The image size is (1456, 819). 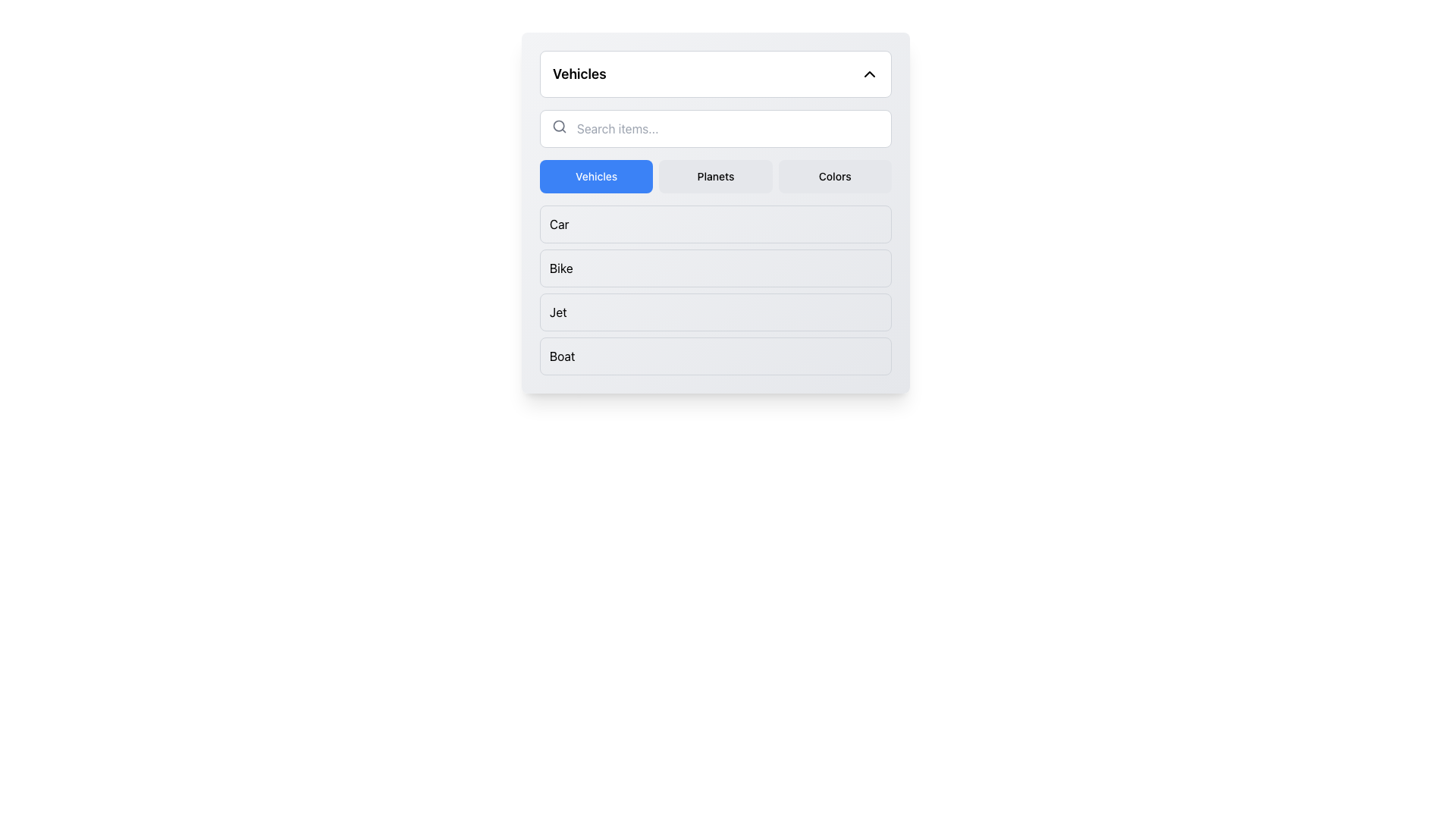 I want to click on the 'Boat' button, which is the last item in the vertical list of options titled 'Vehicles', so click(x=715, y=356).